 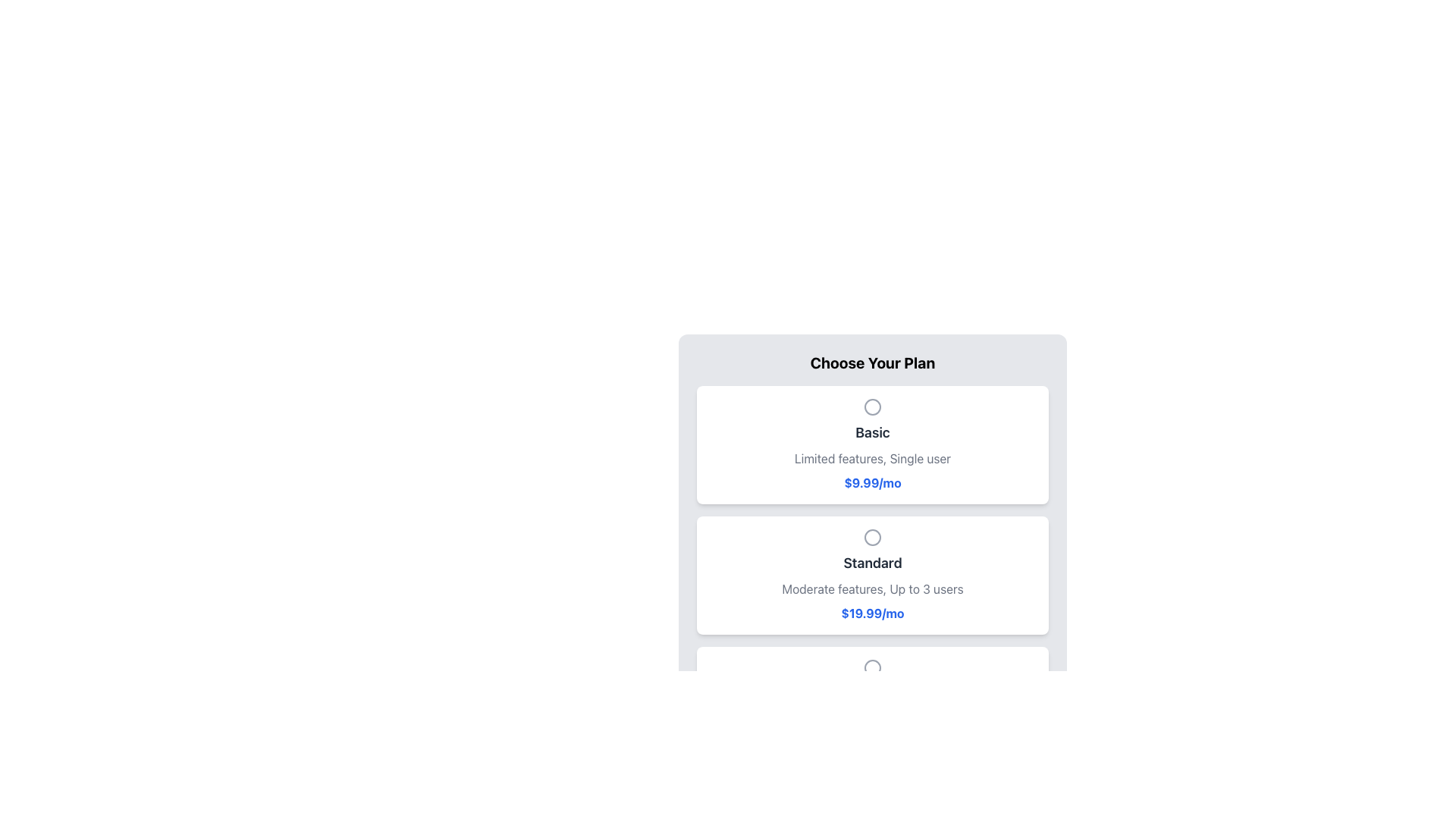 I want to click on the 'Standard' text label, which is styled in bold and larger font, located in the second subscription card below a radio button, so click(x=873, y=563).